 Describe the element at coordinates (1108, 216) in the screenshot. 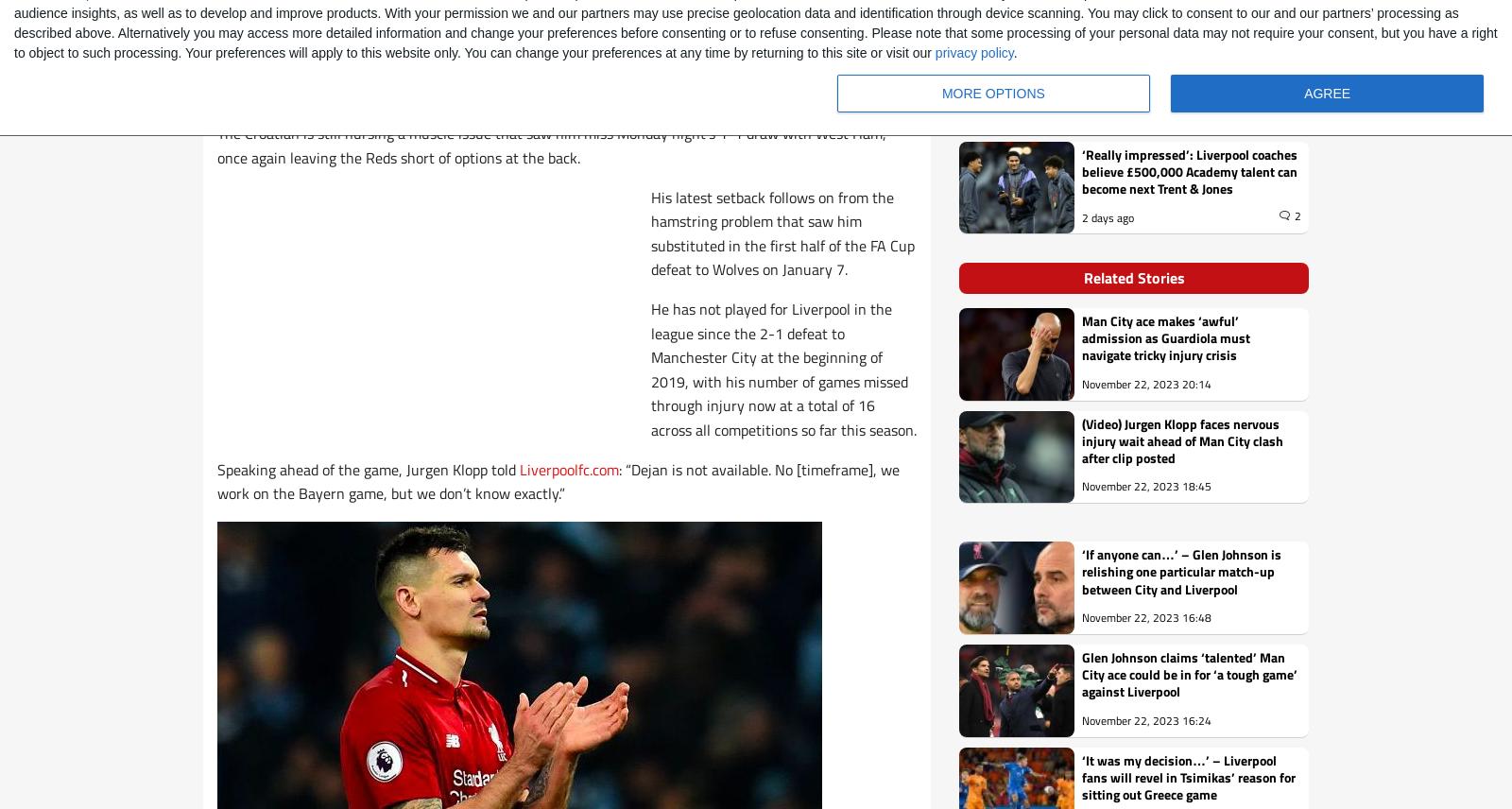

I see `'2 days ago'` at that location.